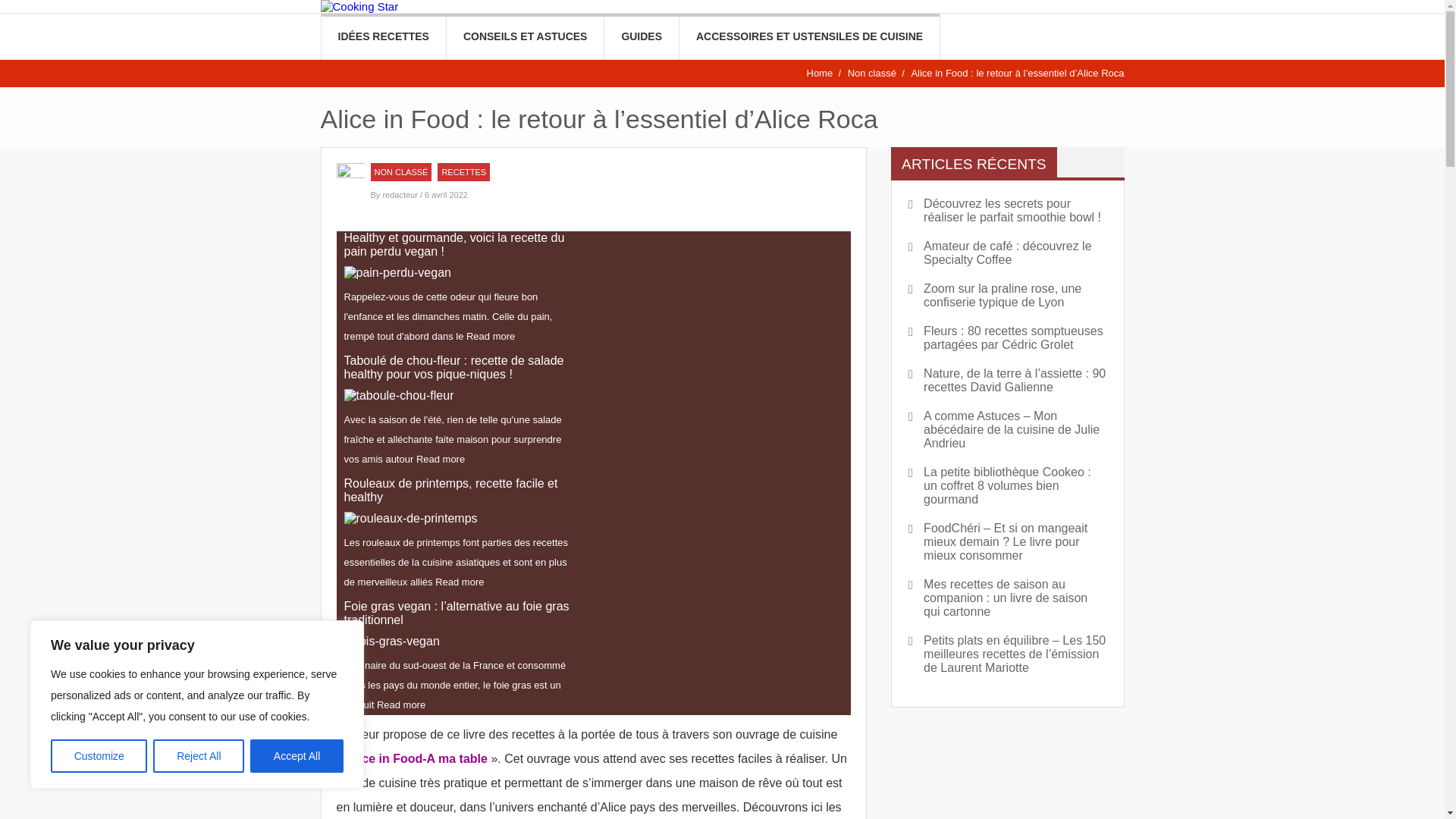 Image resolution: width=1456 pixels, height=819 pixels. Describe the element at coordinates (459, 491) in the screenshot. I see `'Rouleaux de printemps, recette facile et healthy'` at that location.